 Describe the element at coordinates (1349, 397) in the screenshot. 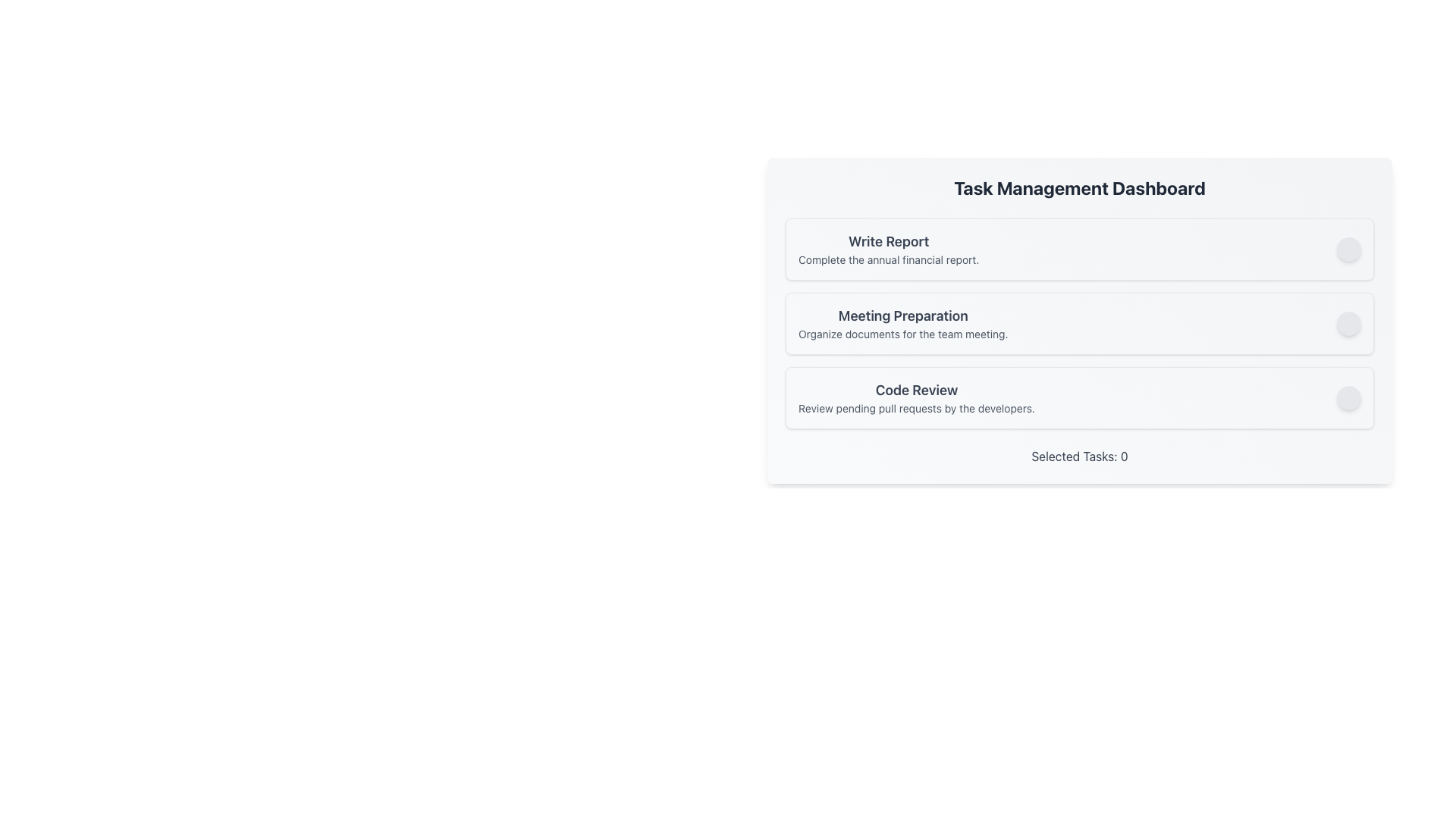

I see `the small circular button with a light gray background and a darker gray border located within the 'Code Review' task entry` at that location.